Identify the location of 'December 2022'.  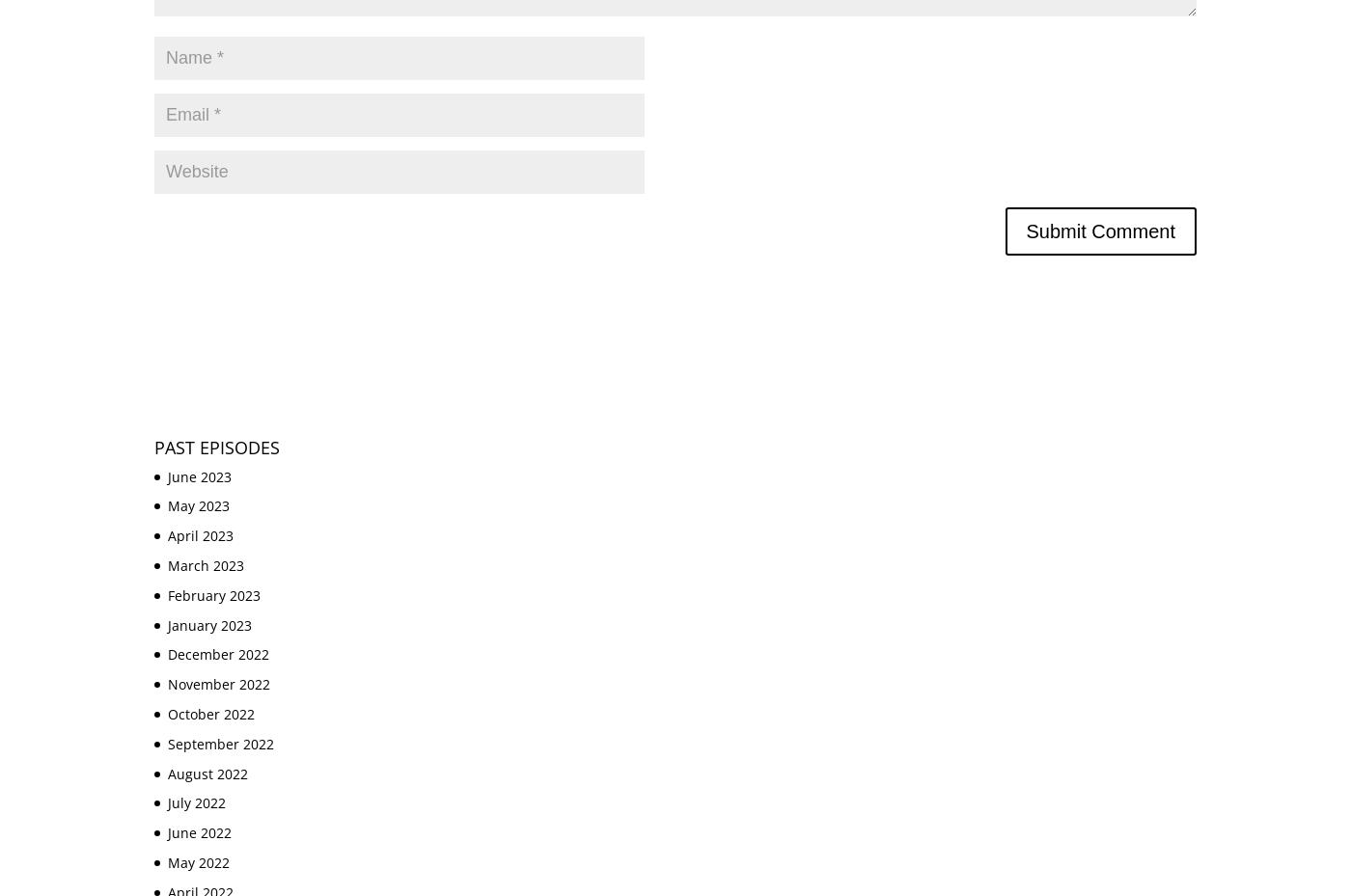
(218, 654).